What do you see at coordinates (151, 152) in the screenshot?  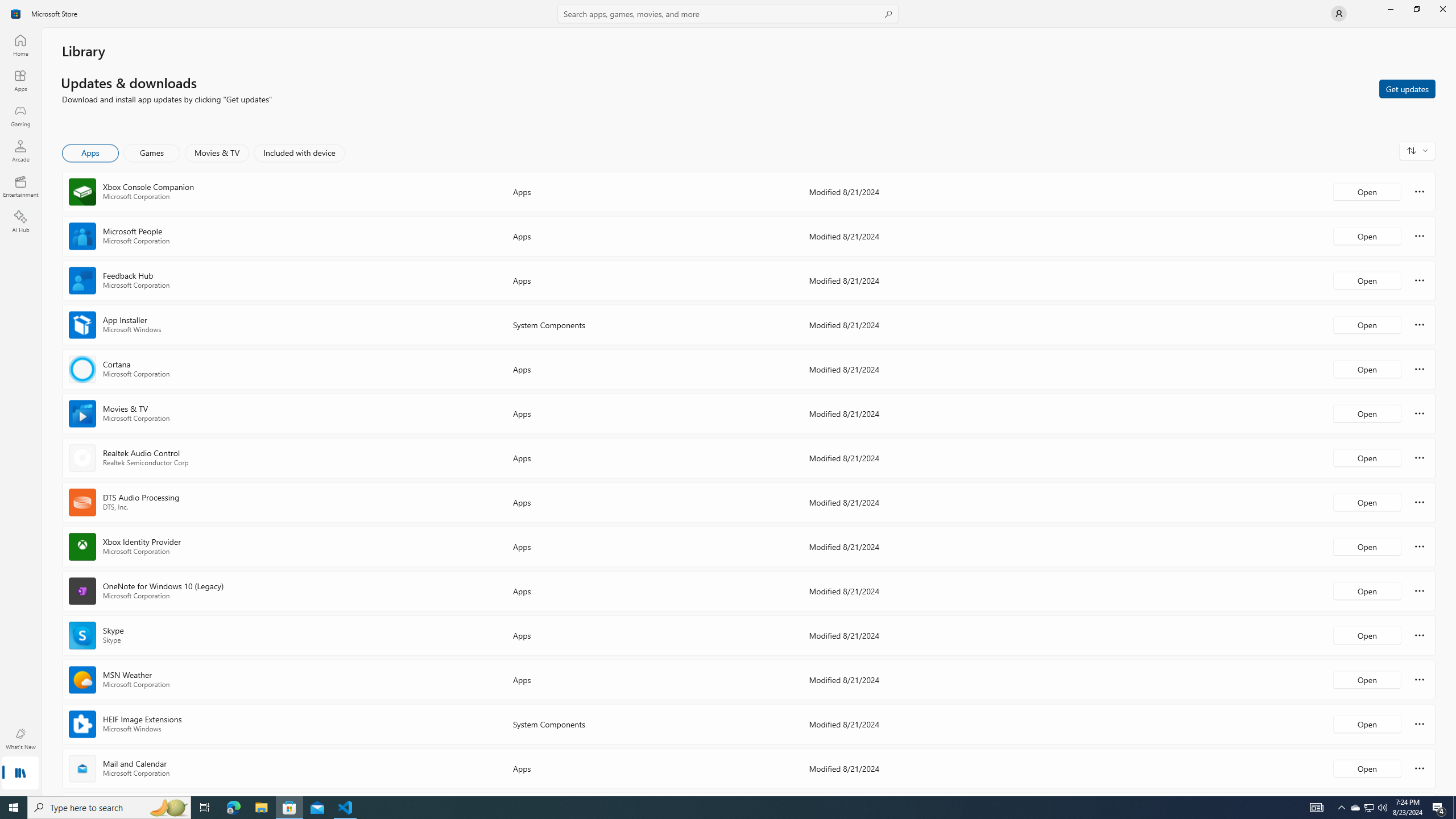 I see `'Games'` at bounding box center [151, 152].